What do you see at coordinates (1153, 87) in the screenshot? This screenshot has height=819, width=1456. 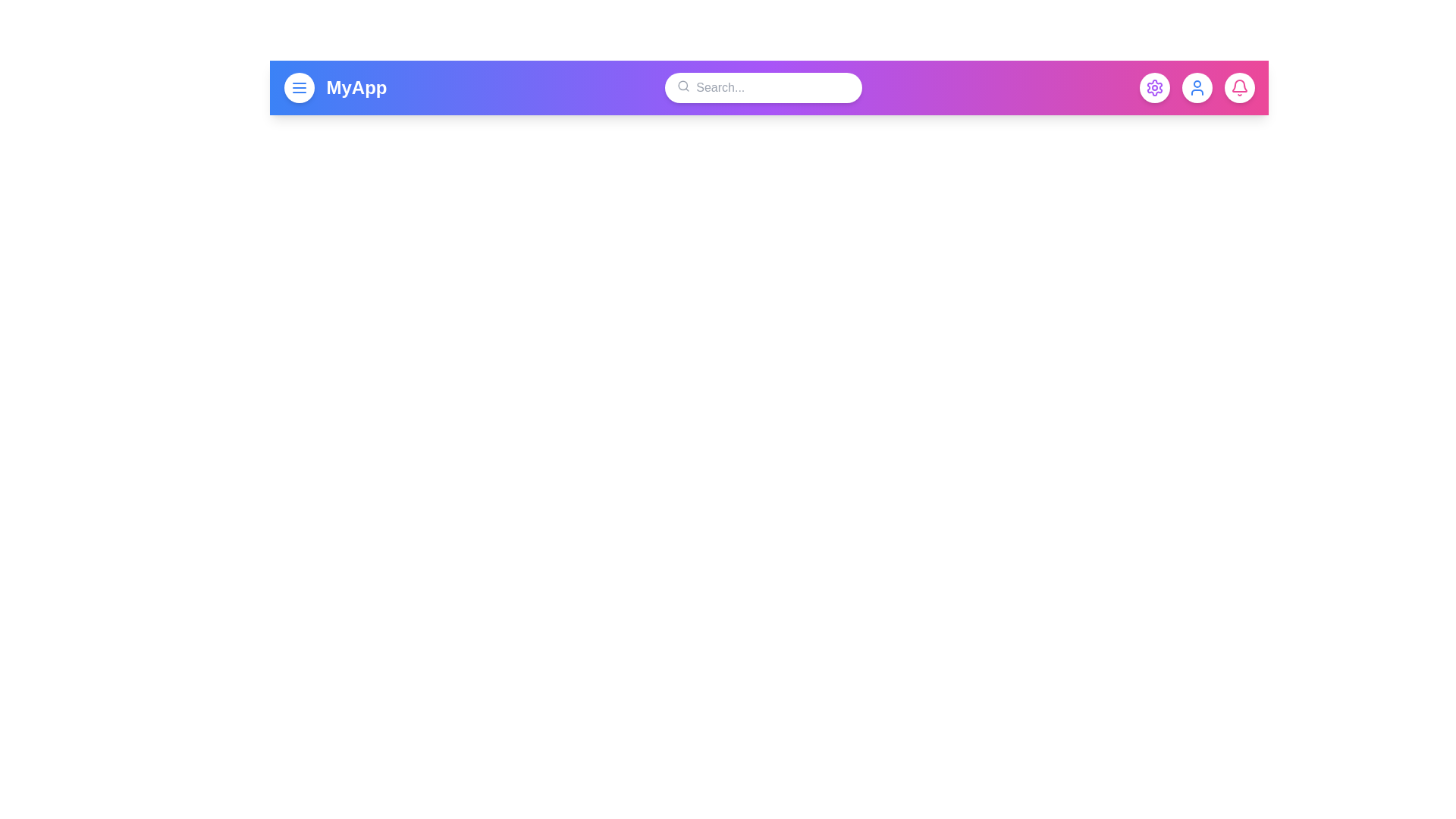 I see `the settings button to toggle the search visibility` at bounding box center [1153, 87].